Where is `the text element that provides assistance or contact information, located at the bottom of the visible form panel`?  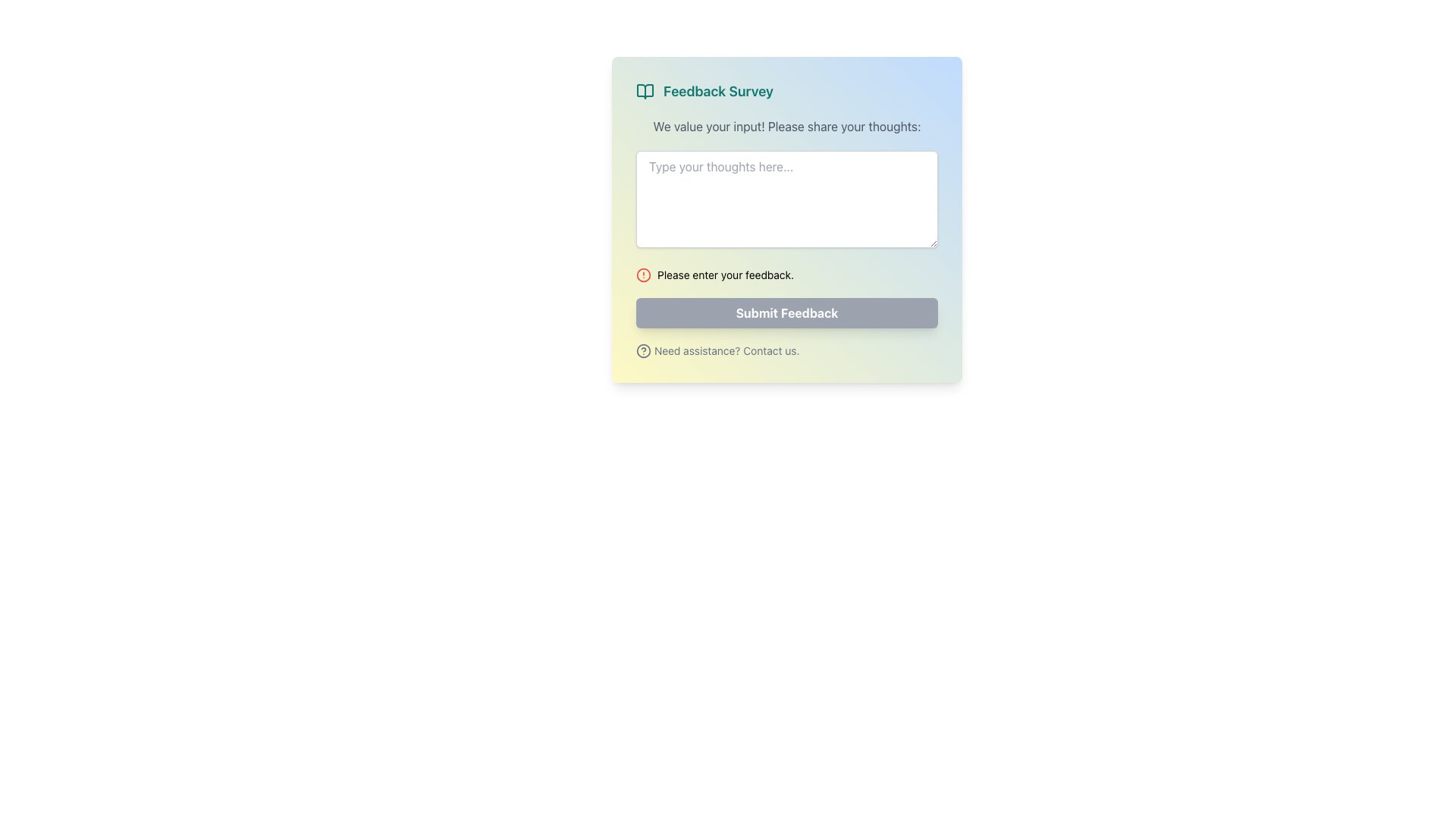
the text element that provides assistance or contact information, located at the bottom of the visible form panel is located at coordinates (726, 350).